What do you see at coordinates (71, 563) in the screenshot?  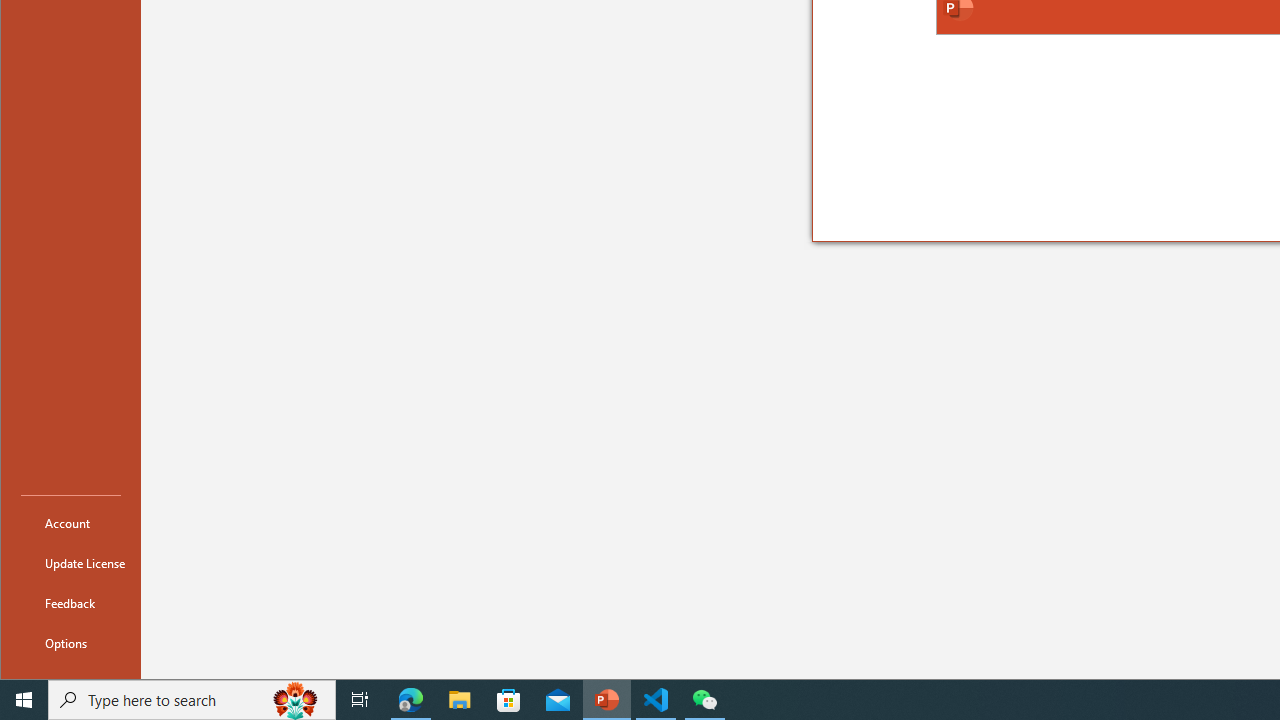 I see `'Update License'` at bounding box center [71, 563].